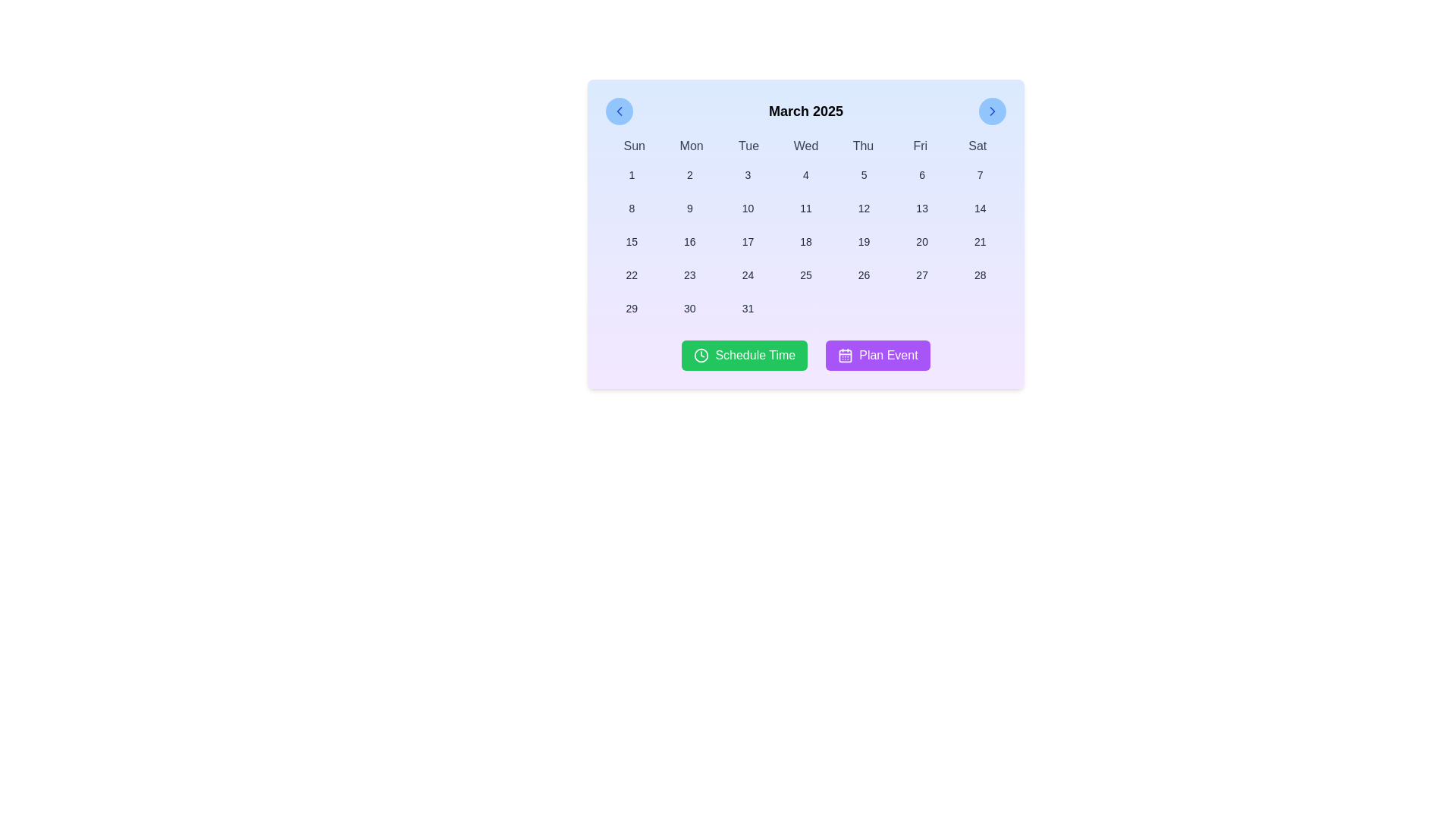  Describe the element at coordinates (805, 110) in the screenshot. I see `the current month and year display in the calendar view, located at the top of the interface above the grid of days` at that location.